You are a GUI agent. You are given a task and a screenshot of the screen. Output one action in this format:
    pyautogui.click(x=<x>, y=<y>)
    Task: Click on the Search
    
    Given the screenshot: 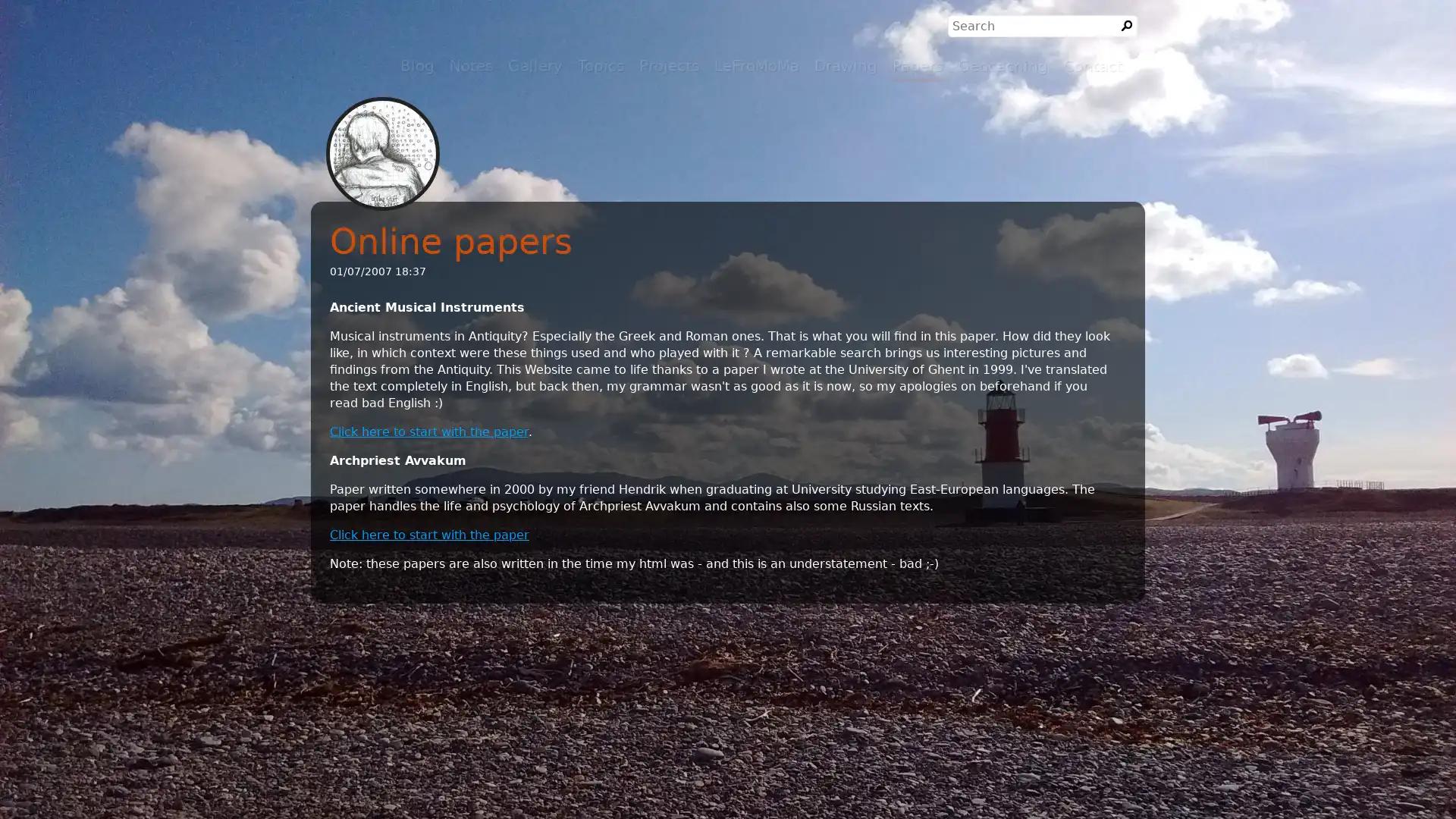 What is the action you would take?
    pyautogui.click(x=1127, y=26)
    